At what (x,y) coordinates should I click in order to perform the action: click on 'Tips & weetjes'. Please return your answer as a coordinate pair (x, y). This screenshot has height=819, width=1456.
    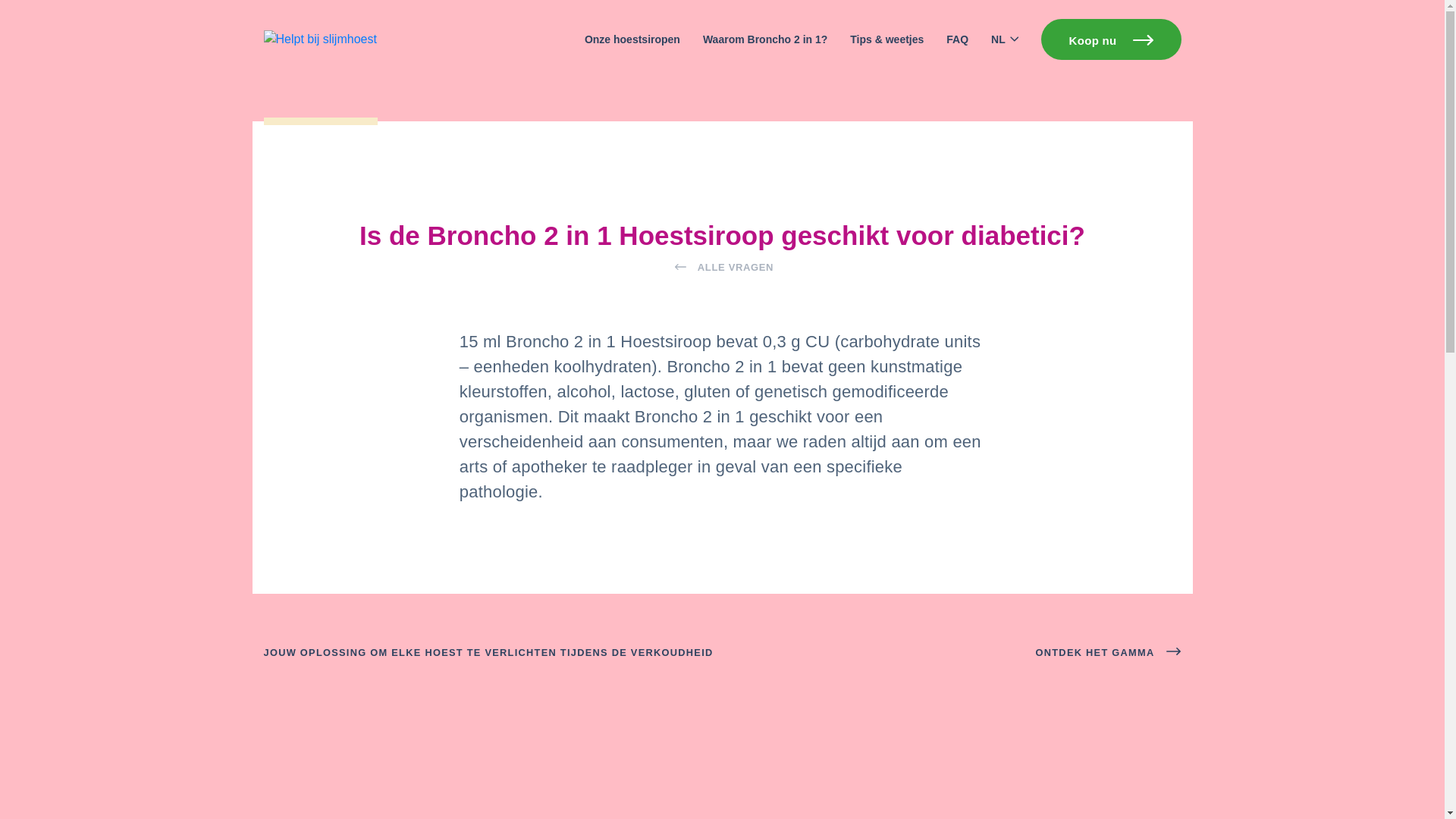
    Looking at the image, I should click on (886, 39).